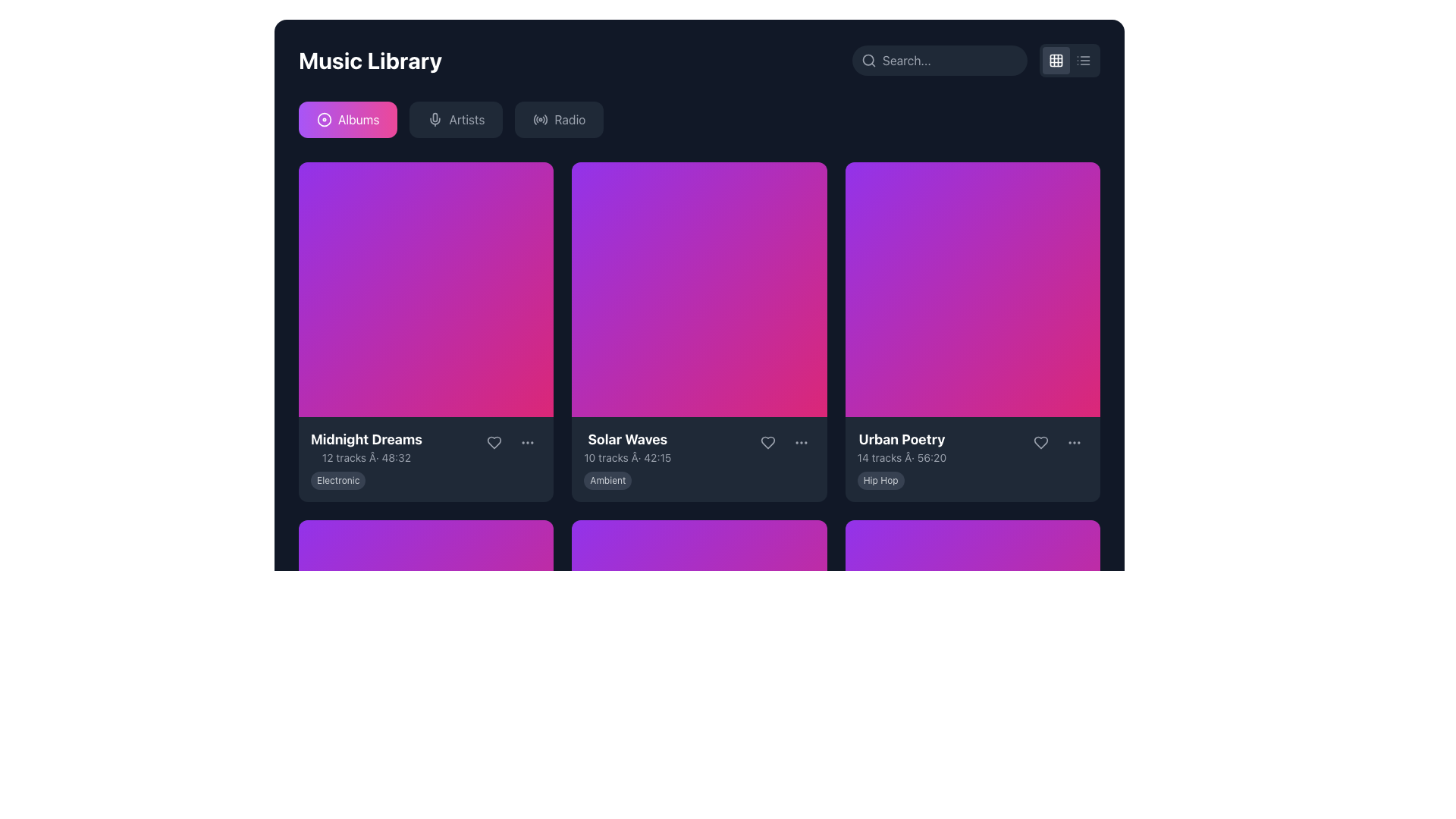 The image size is (1456, 819). What do you see at coordinates (972, 290) in the screenshot?
I see `the decorative graphic or album cover placeholder located in the third card from the left in the top row of the music library grid` at bounding box center [972, 290].